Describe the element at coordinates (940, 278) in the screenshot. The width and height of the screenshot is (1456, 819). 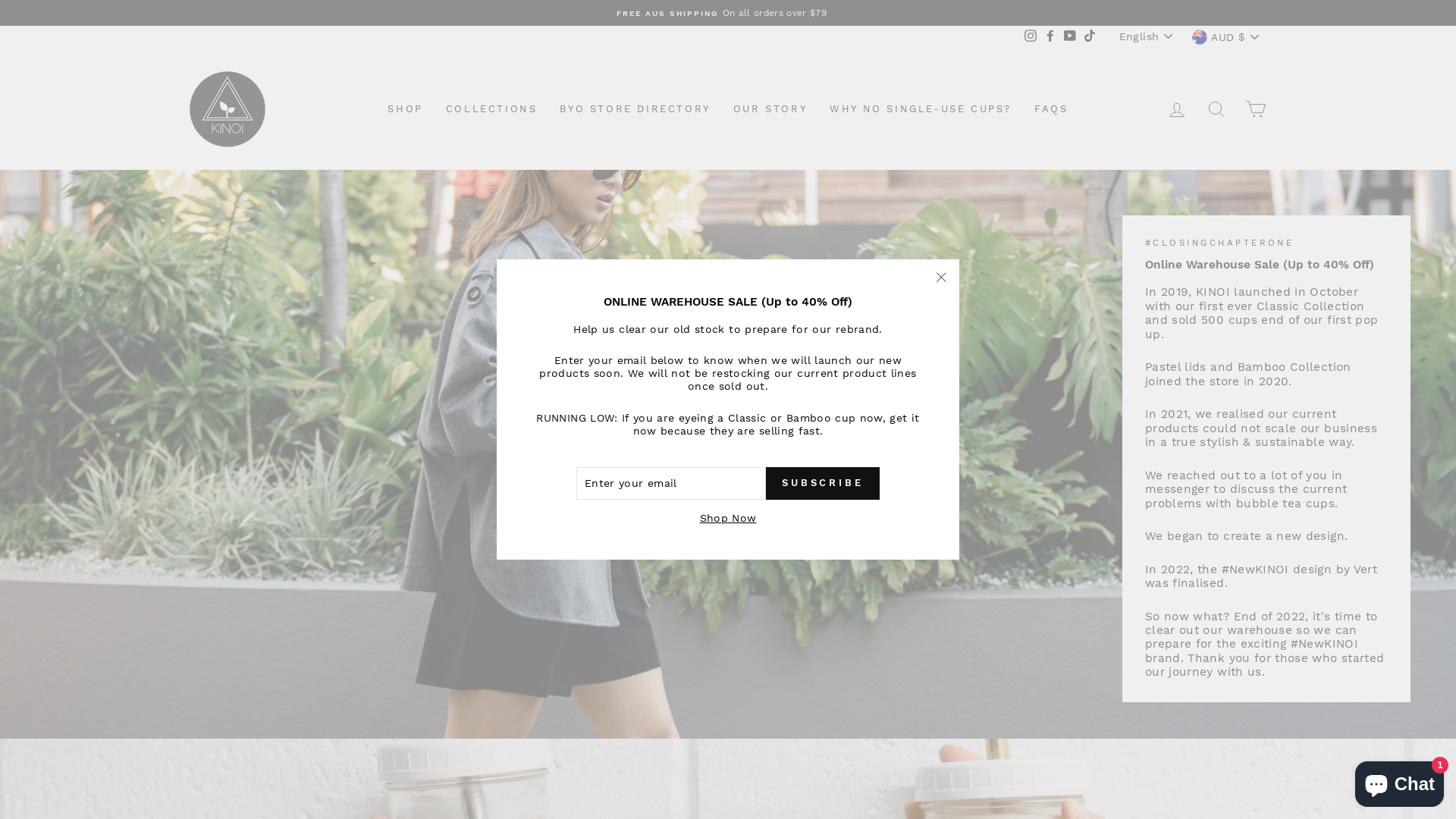
I see `'"Close (esc)"'` at that location.